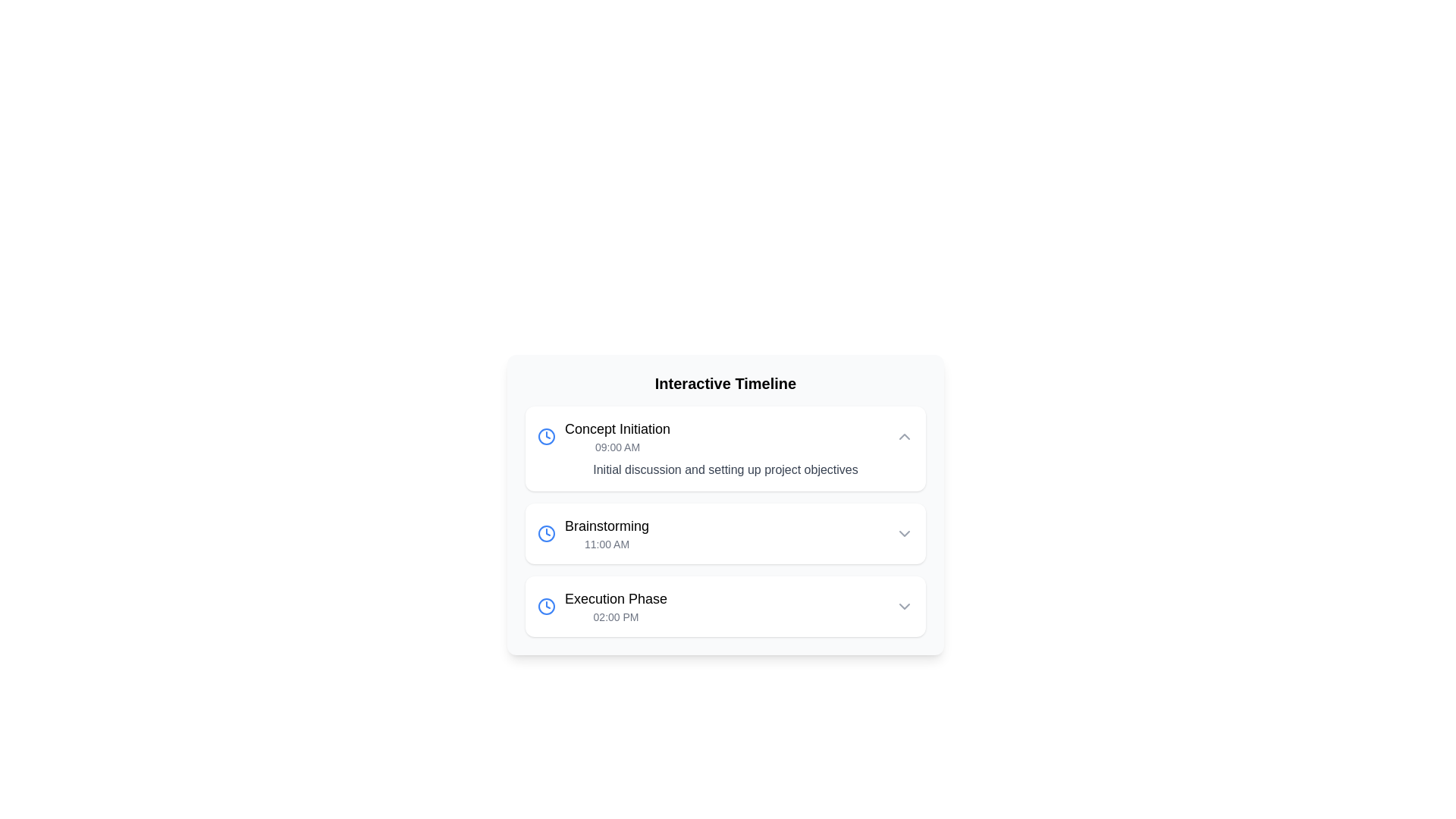 This screenshot has height=819, width=1456. Describe the element at coordinates (616, 617) in the screenshot. I see `the Text label that displays the scheduled time for the 'Execution Phase', which is located below the heading 'Execution Phase' in the third entry of the timeline` at that location.